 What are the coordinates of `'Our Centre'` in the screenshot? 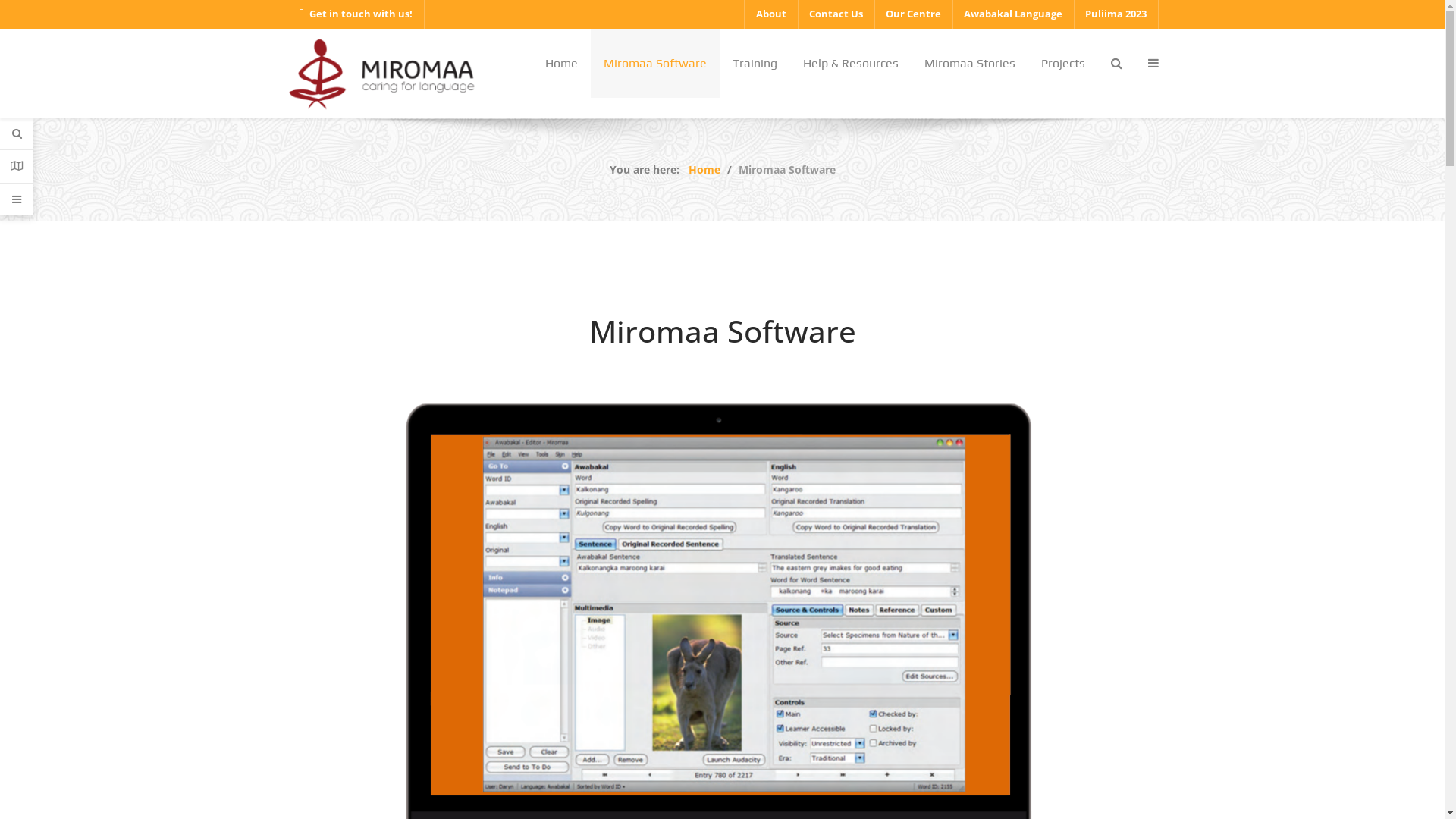 It's located at (912, 14).